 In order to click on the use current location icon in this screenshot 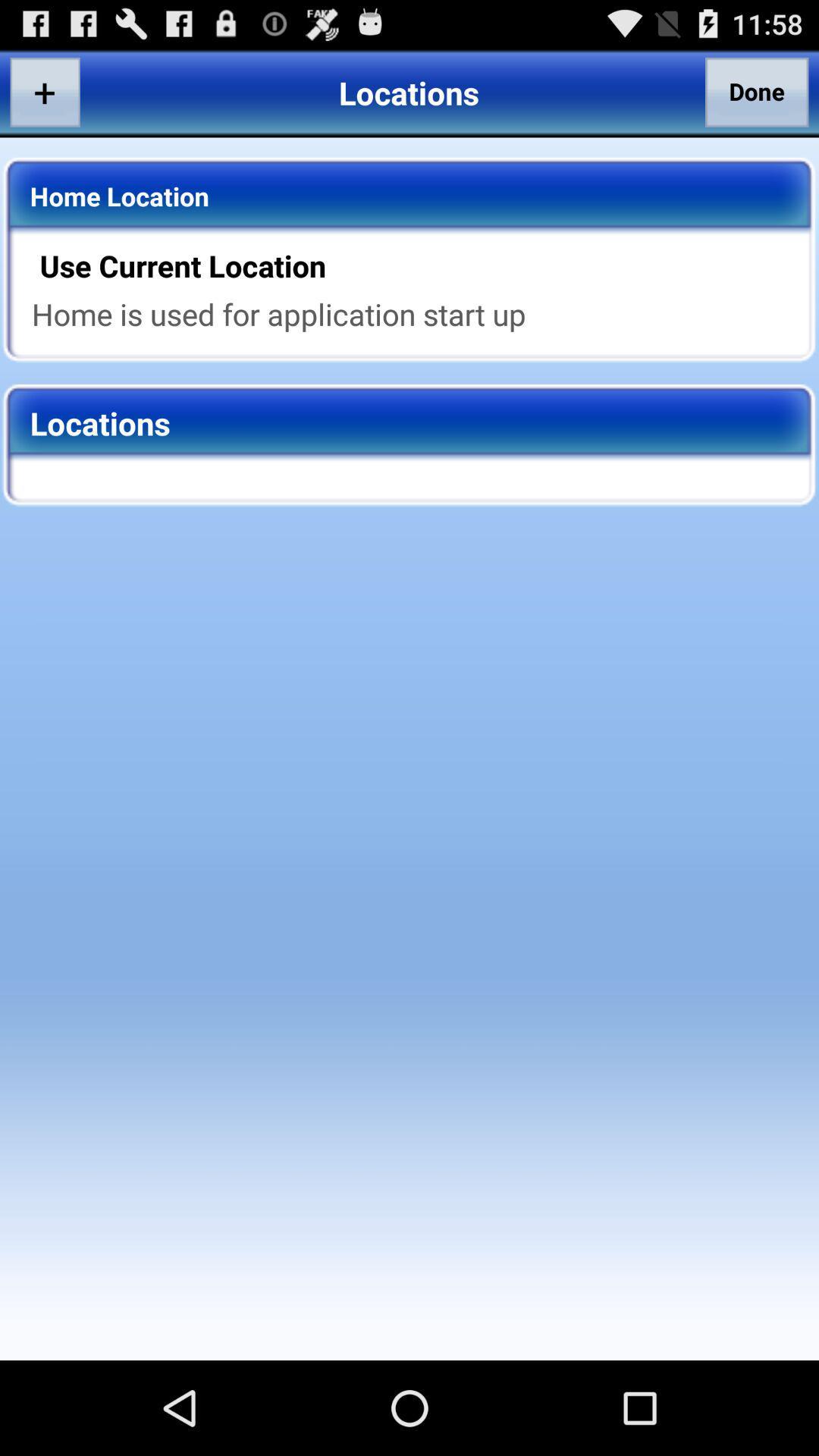, I will do `click(419, 265)`.